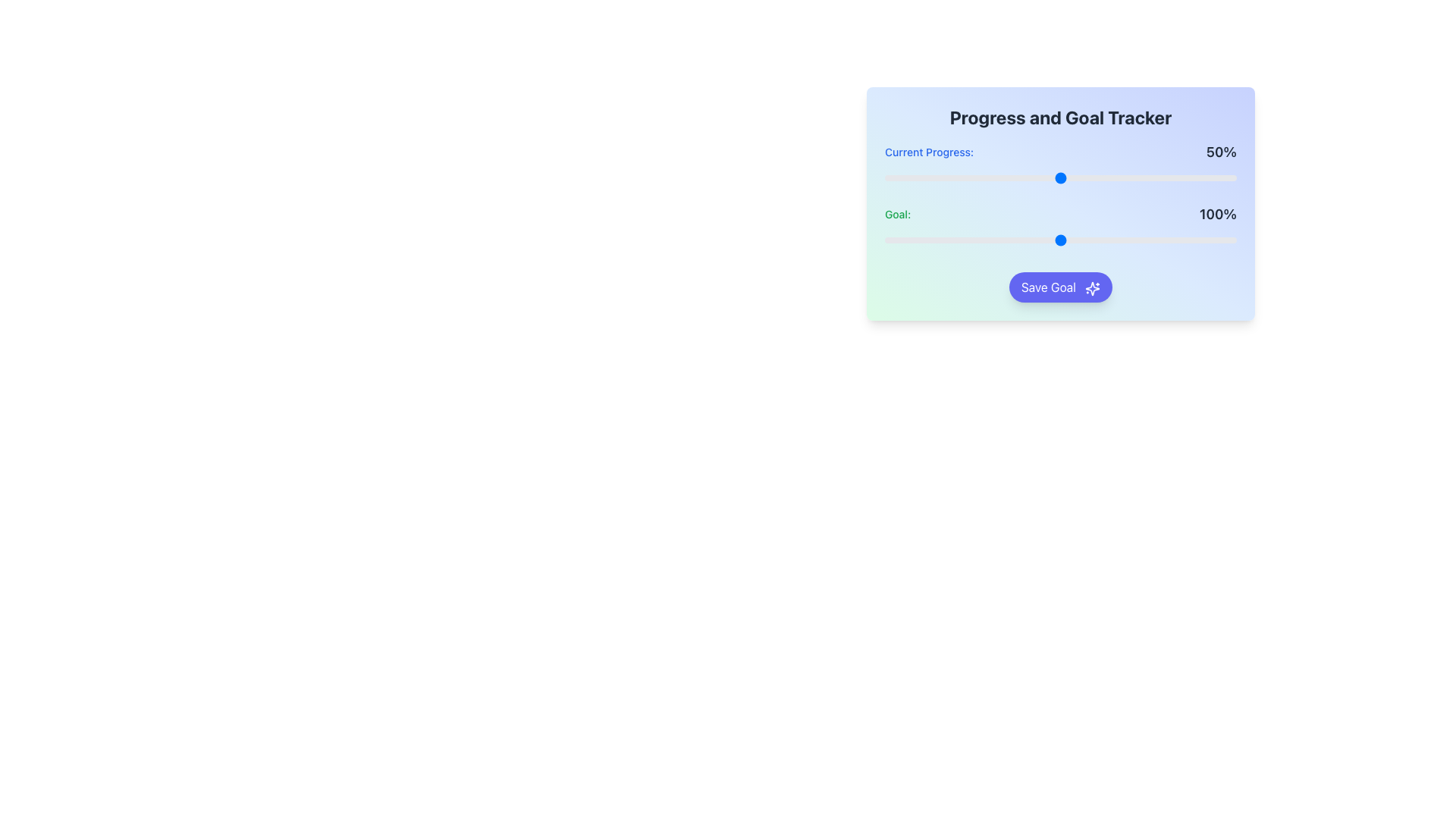  What do you see at coordinates (1221, 152) in the screenshot?
I see `the bold text label displaying '50%' in black color, positioned in the top-right corner of the 'Progress and Goal Tracker' section` at bounding box center [1221, 152].